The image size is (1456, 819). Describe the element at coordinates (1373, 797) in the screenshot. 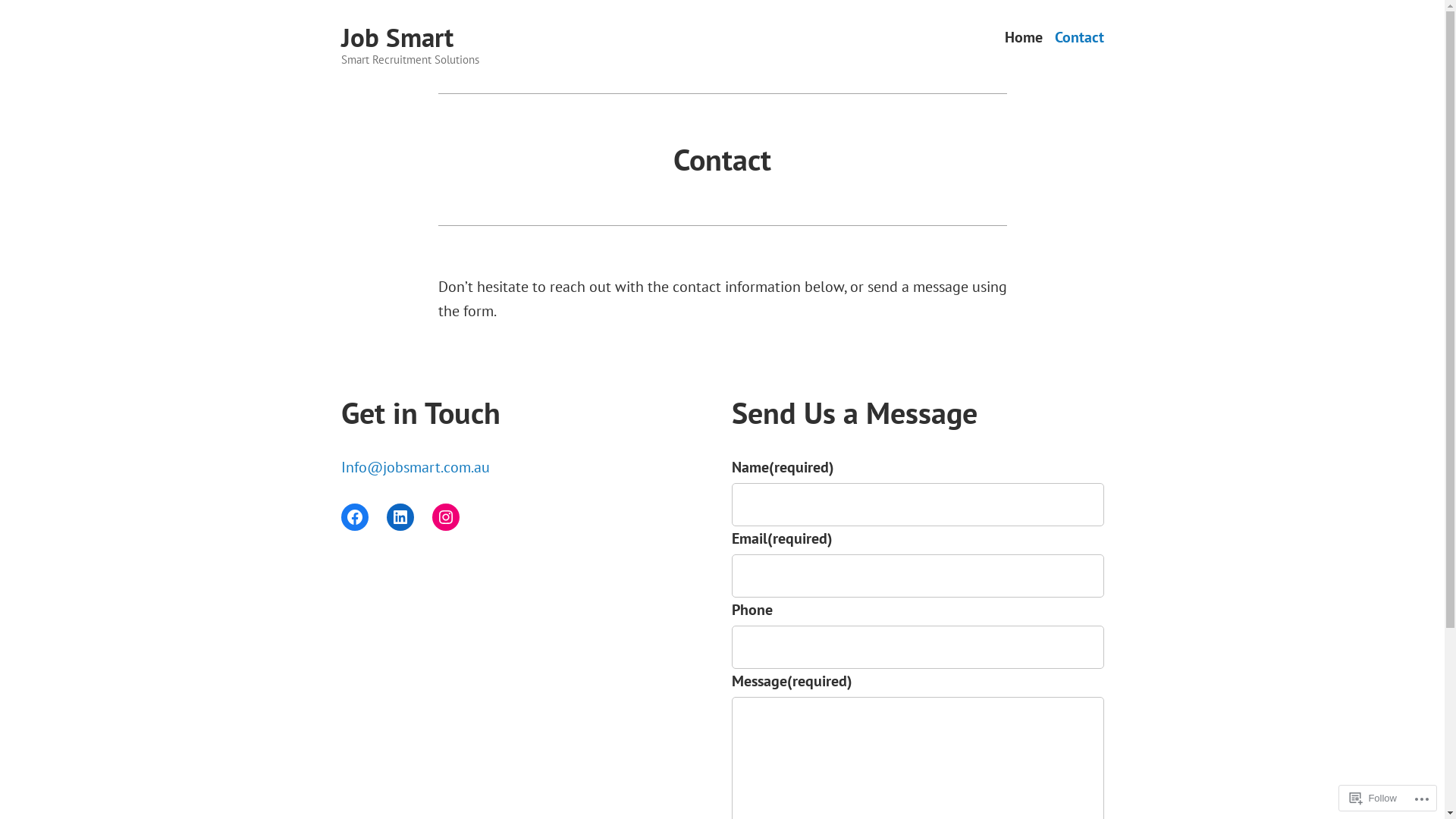

I see `'Follow'` at that location.